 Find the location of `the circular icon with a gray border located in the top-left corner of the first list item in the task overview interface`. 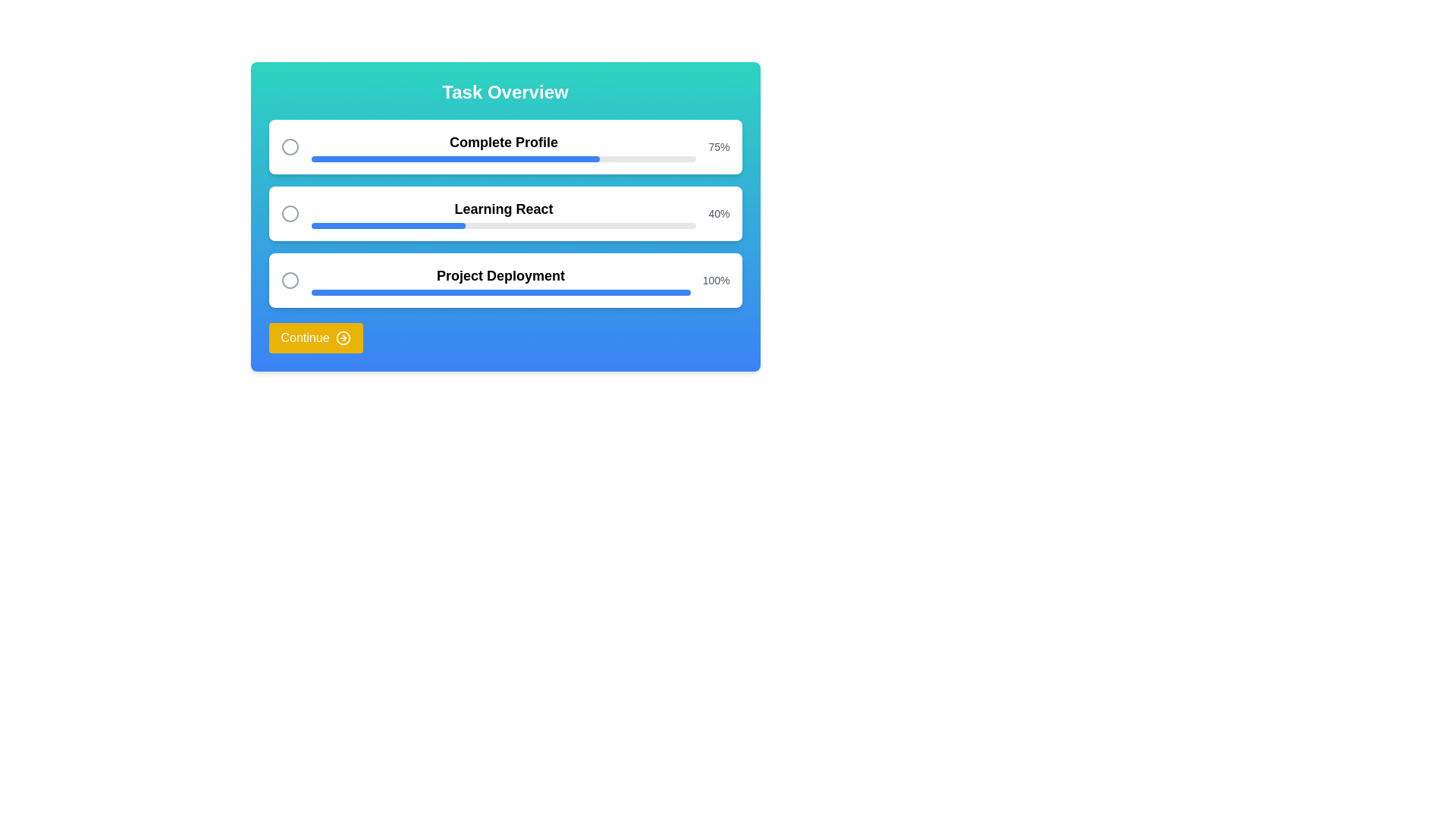

the circular icon with a gray border located in the top-left corner of the first list item in the task overview interface is located at coordinates (290, 146).